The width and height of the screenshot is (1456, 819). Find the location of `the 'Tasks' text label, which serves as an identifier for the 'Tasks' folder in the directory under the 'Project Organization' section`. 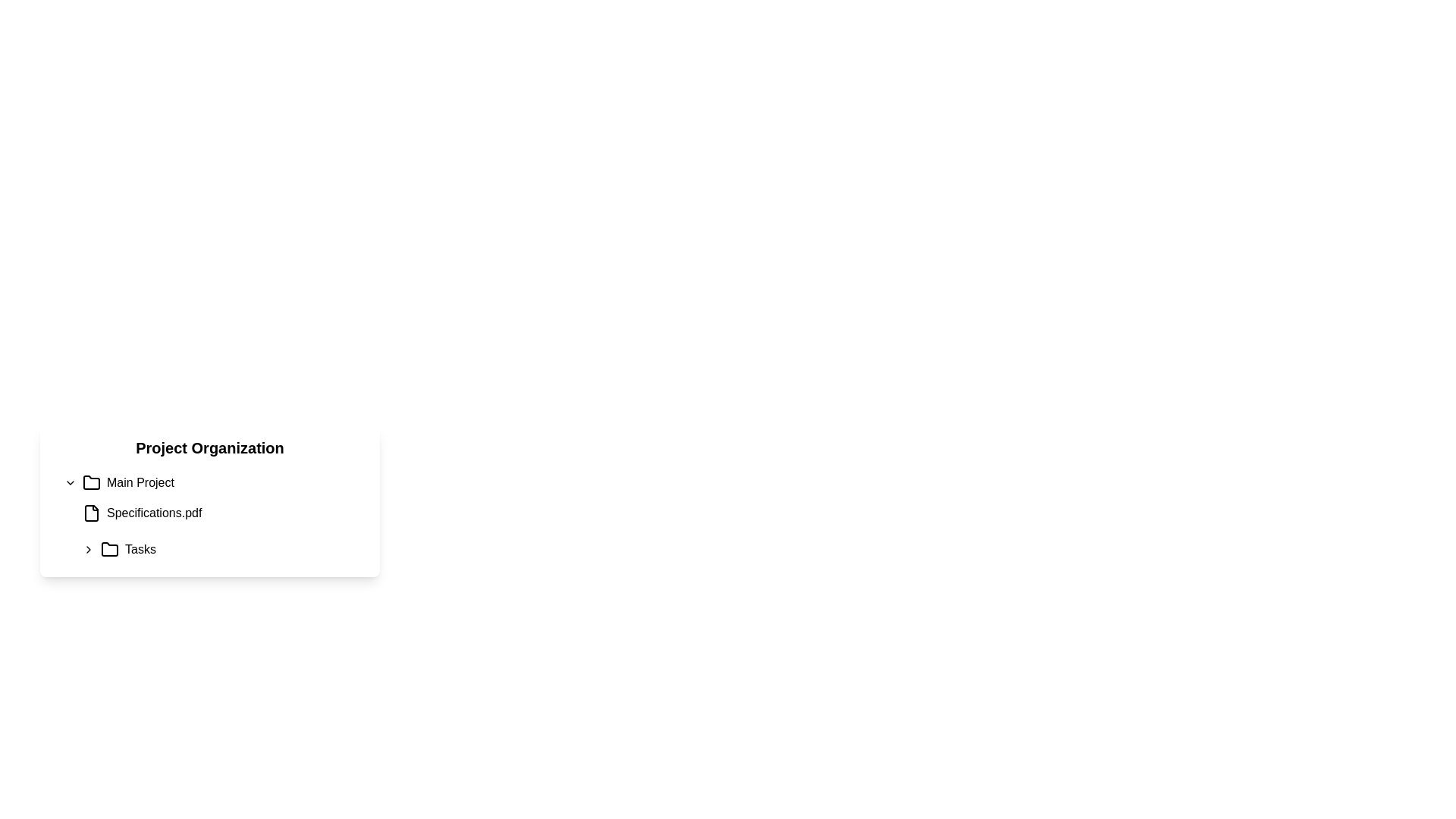

the 'Tasks' text label, which serves as an identifier for the 'Tasks' folder in the directory under the 'Project Organization' section is located at coordinates (140, 550).